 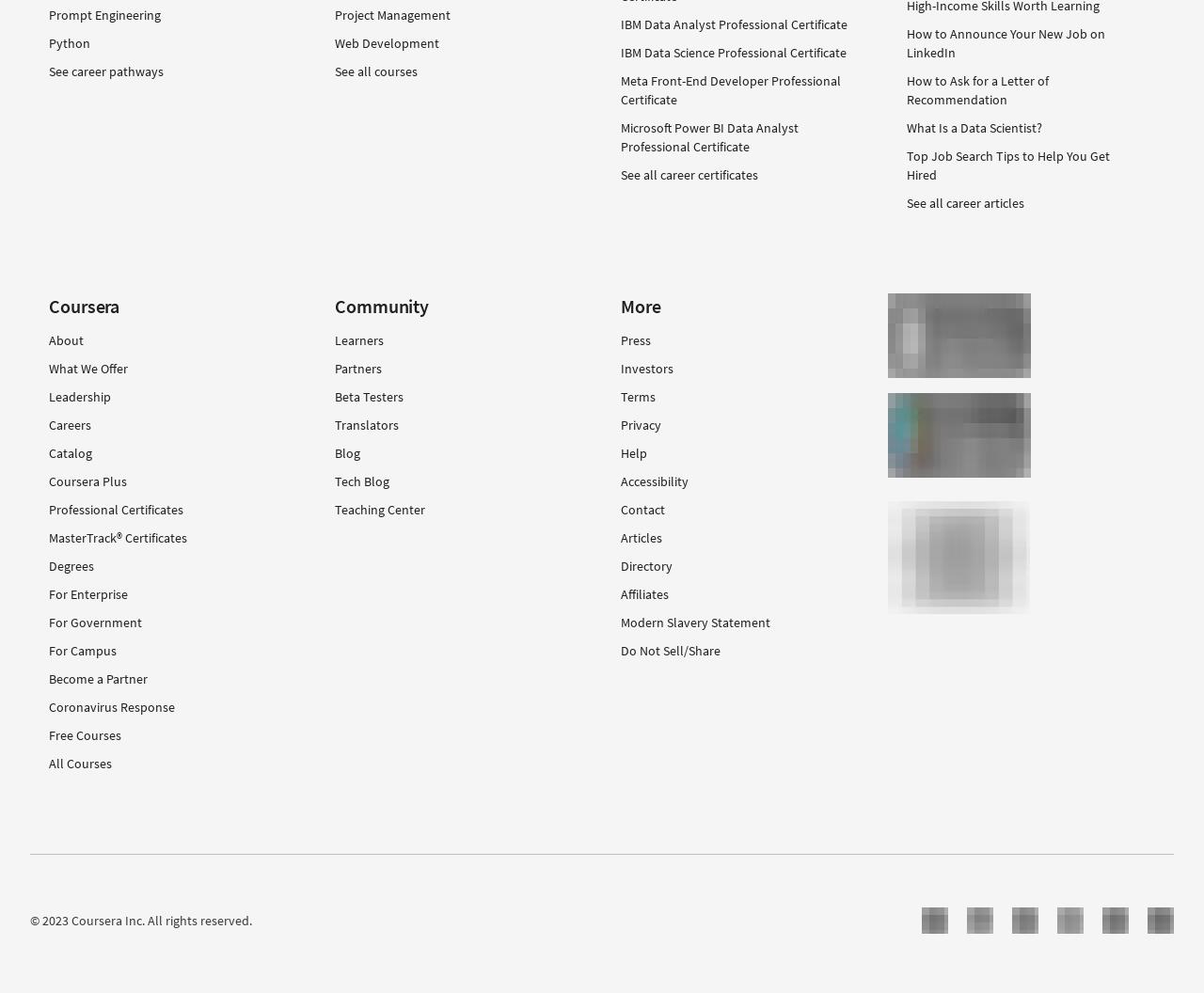 I want to click on 'MasterTrack® Certificates', so click(x=117, y=536).